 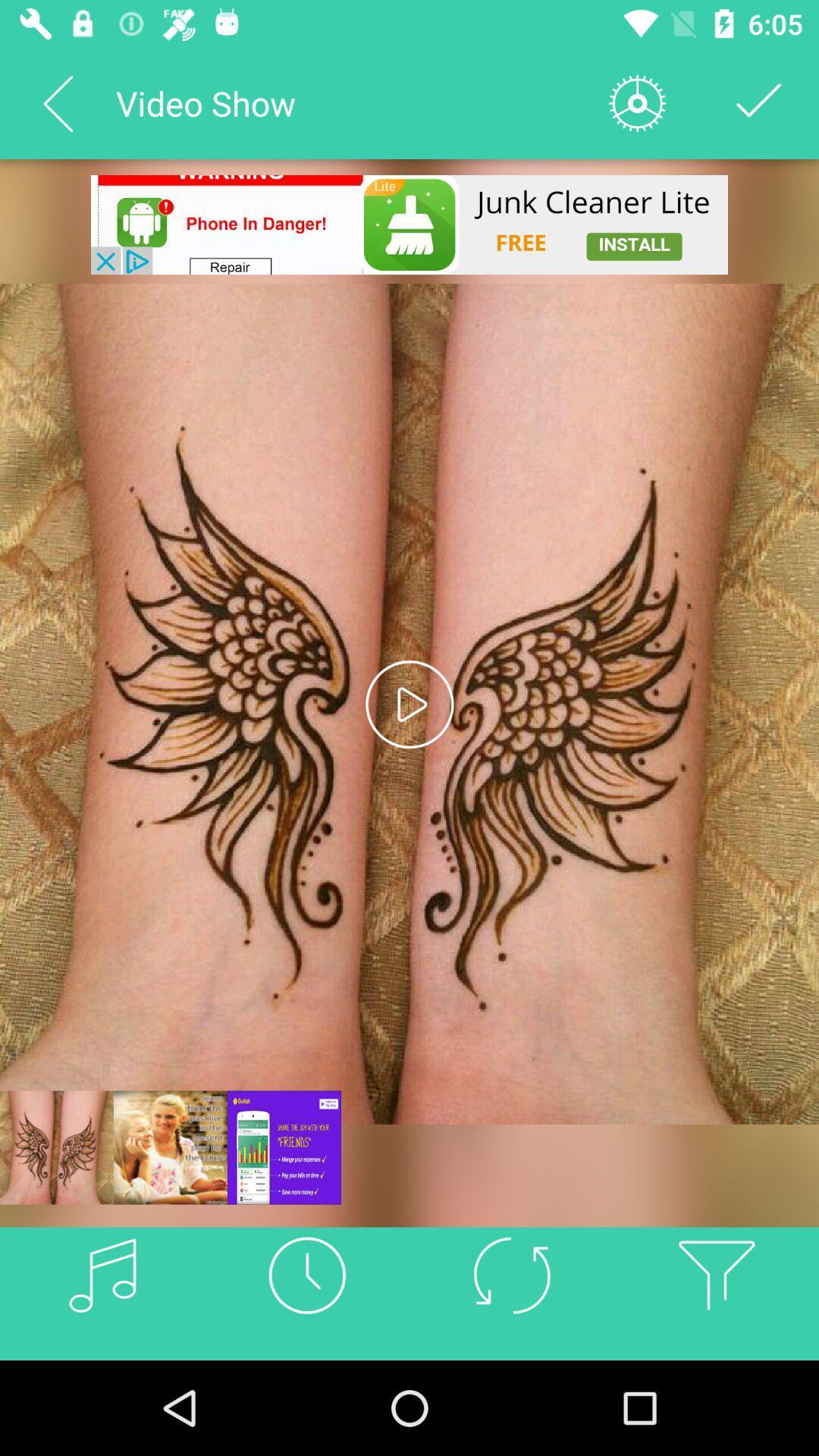 What do you see at coordinates (57, 102) in the screenshot?
I see `the arrow_backward icon` at bounding box center [57, 102].